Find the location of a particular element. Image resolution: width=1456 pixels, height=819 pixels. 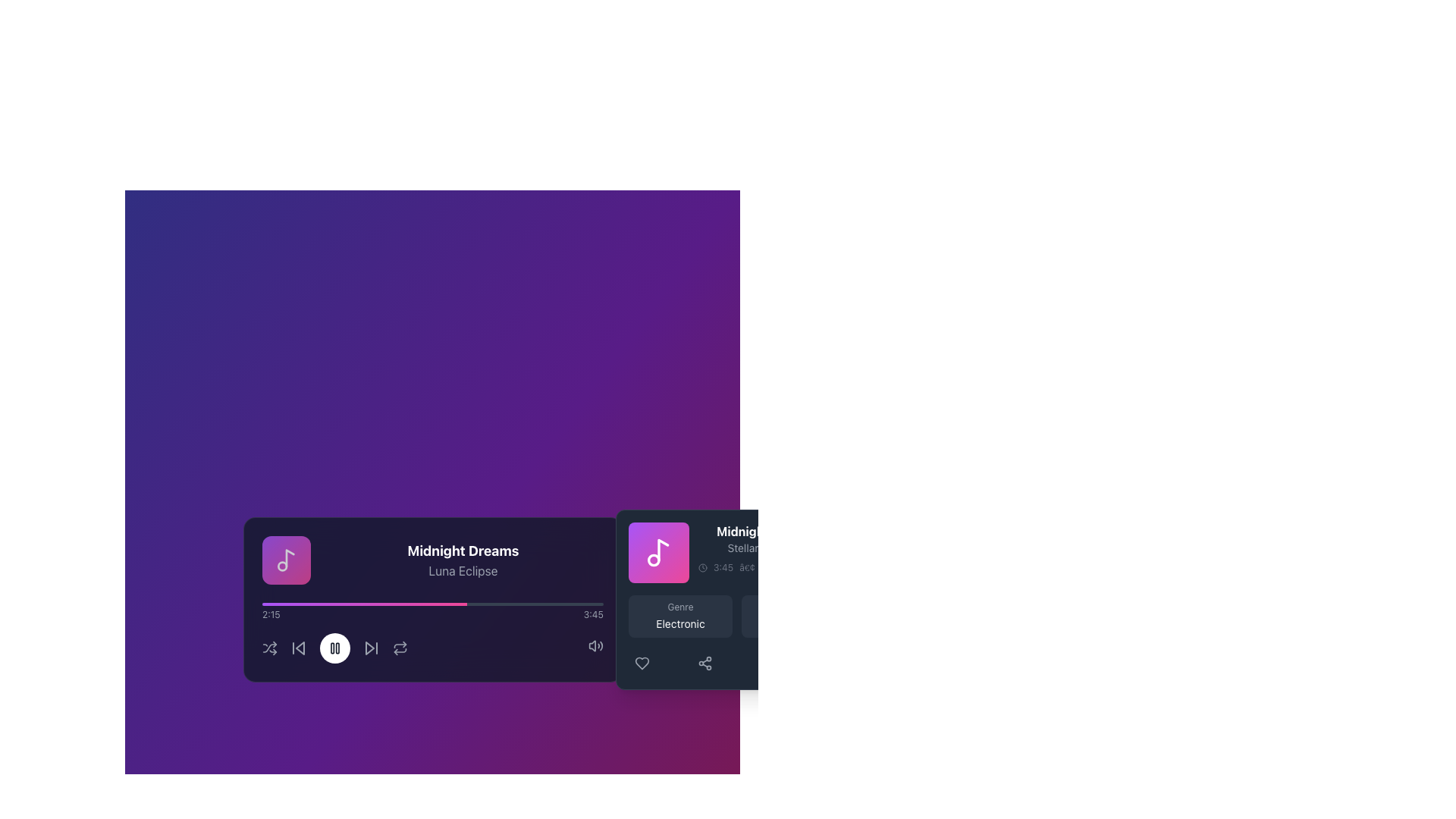

the volume control icon button located on the right side of the player interface, near the bottom-right corner of the main playback area is located at coordinates (595, 646).